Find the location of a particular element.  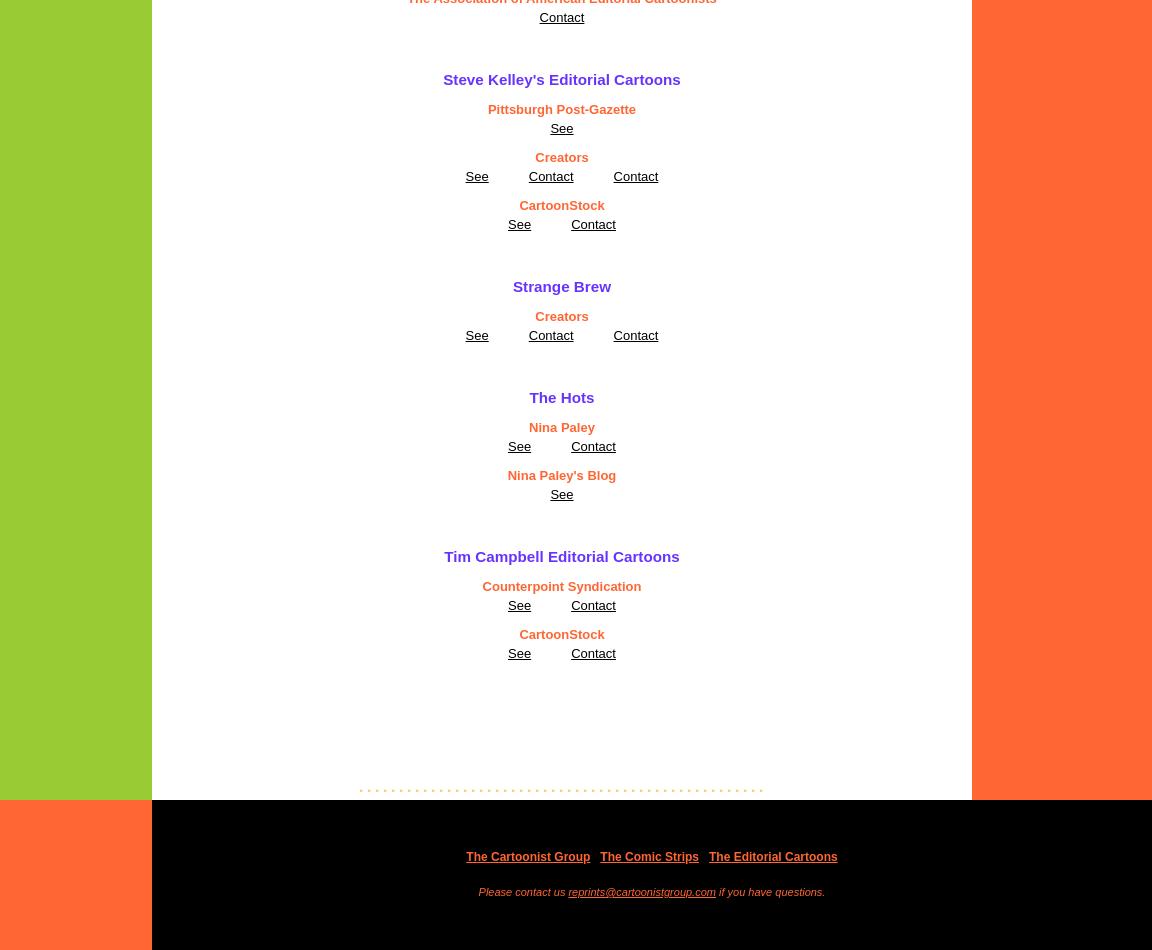

'Pittsburgh Post-Gazette' is located at coordinates (561, 109).